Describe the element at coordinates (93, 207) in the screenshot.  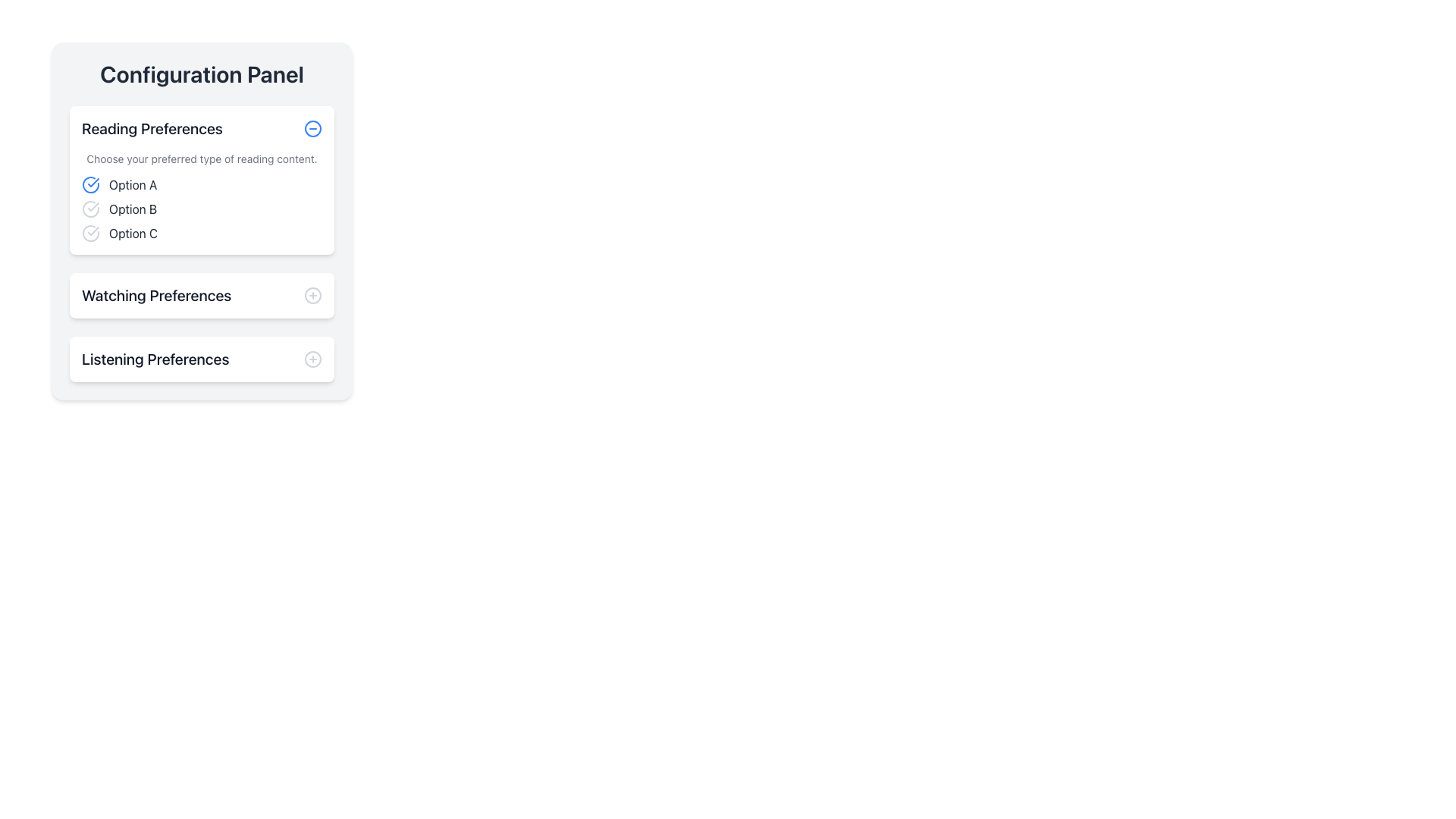
I see `the graphical checkmark within the SVG icon located inside the 'Configuration Panel', representing verification or completion` at that location.